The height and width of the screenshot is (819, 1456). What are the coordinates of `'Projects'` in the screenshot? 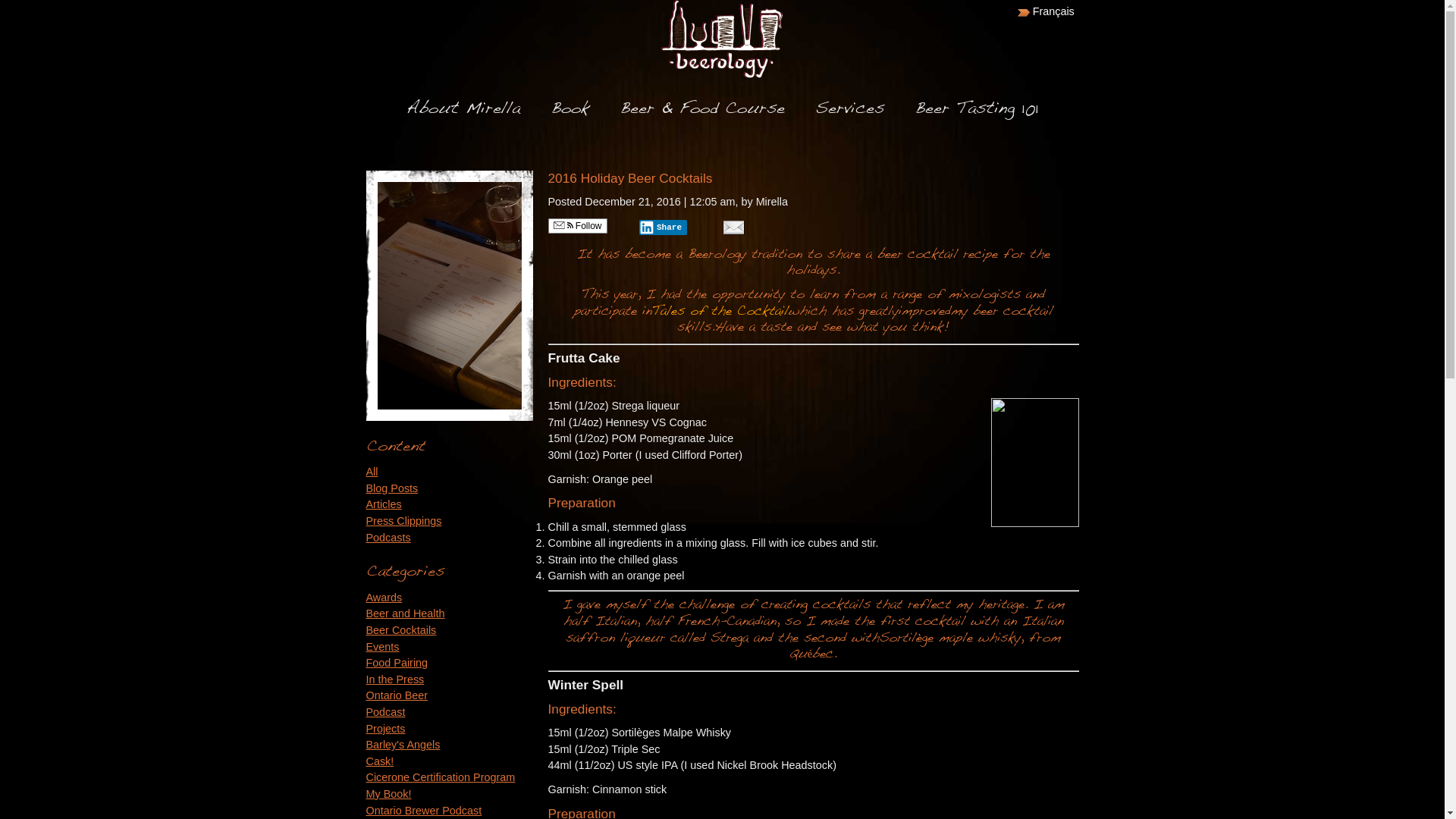 It's located at (385, 727).